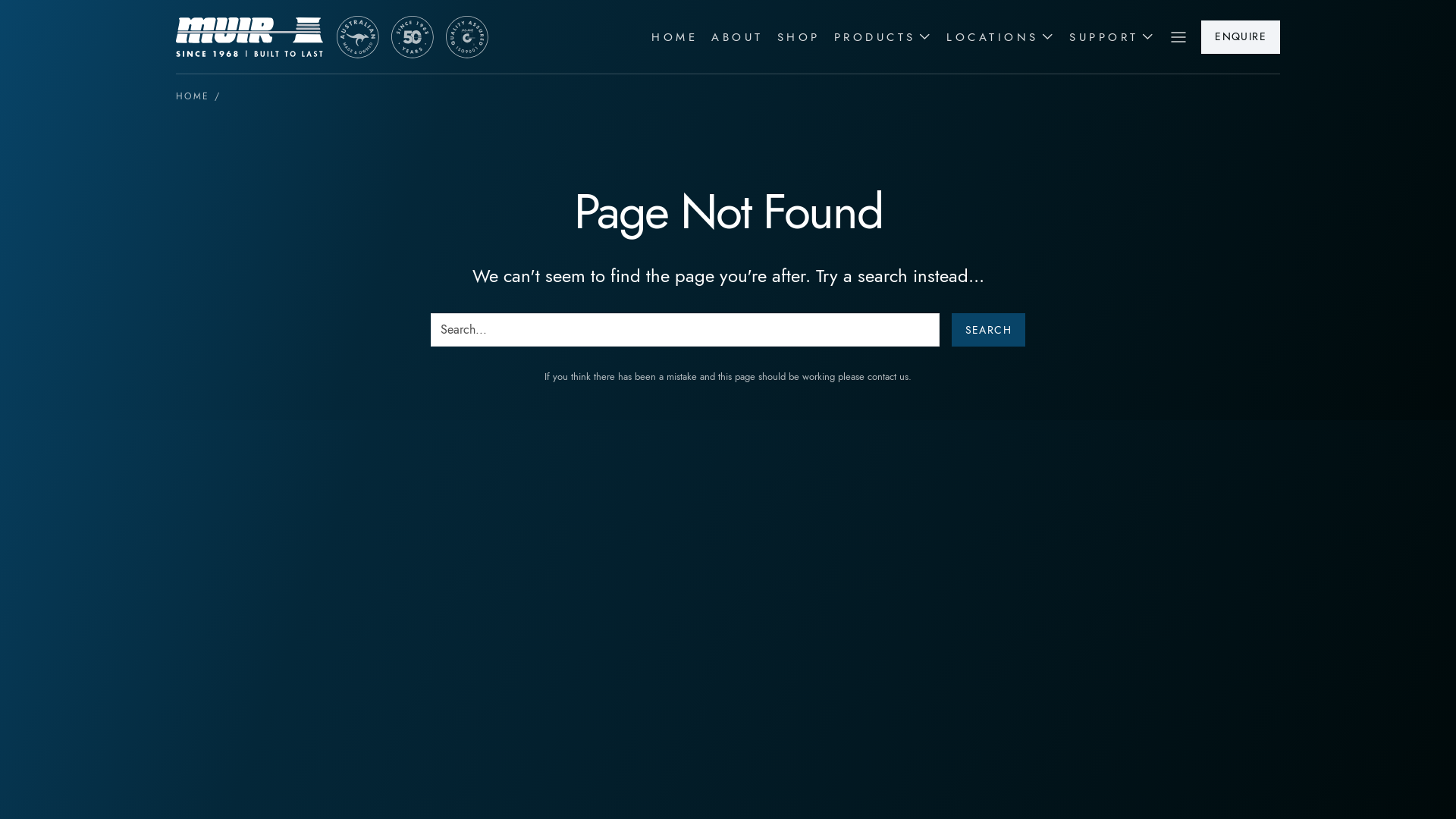  Describe the element at coordinates (993, 36) in the screenshot. I see `'LOCATIONS'` at that location.